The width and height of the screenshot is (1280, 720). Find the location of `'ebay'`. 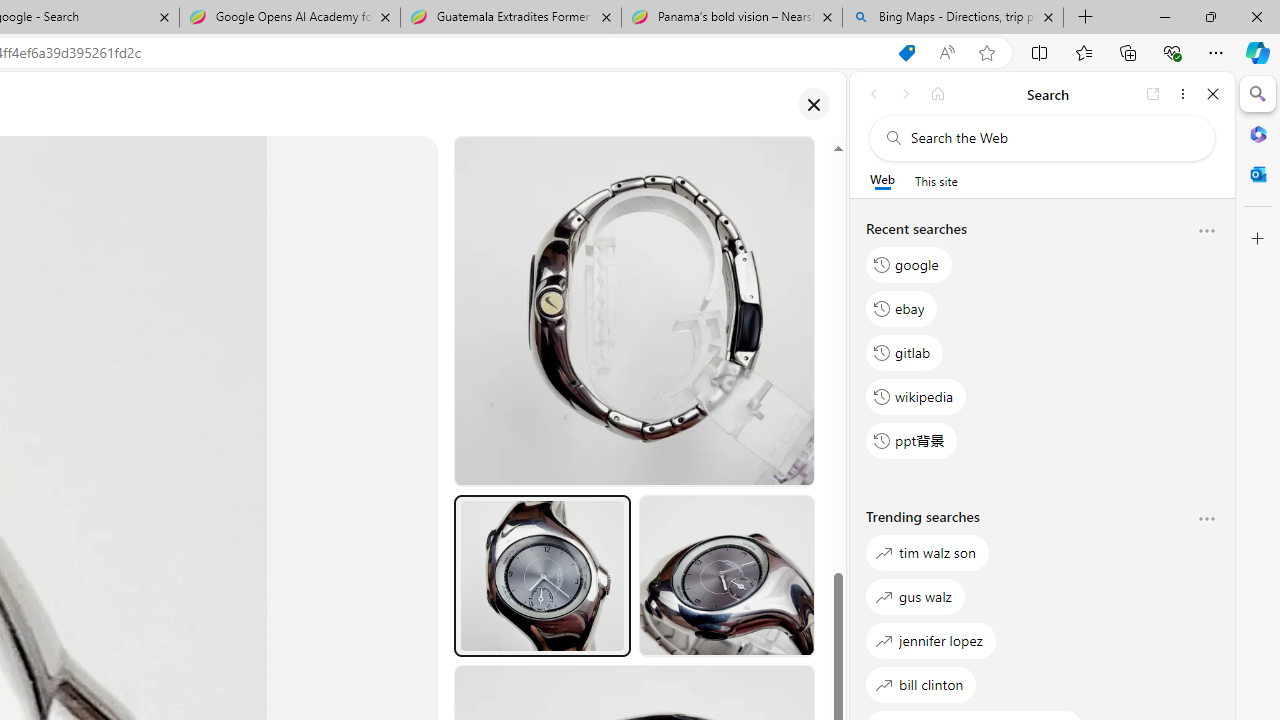

'ebay' is located at coordinates (901, 308).